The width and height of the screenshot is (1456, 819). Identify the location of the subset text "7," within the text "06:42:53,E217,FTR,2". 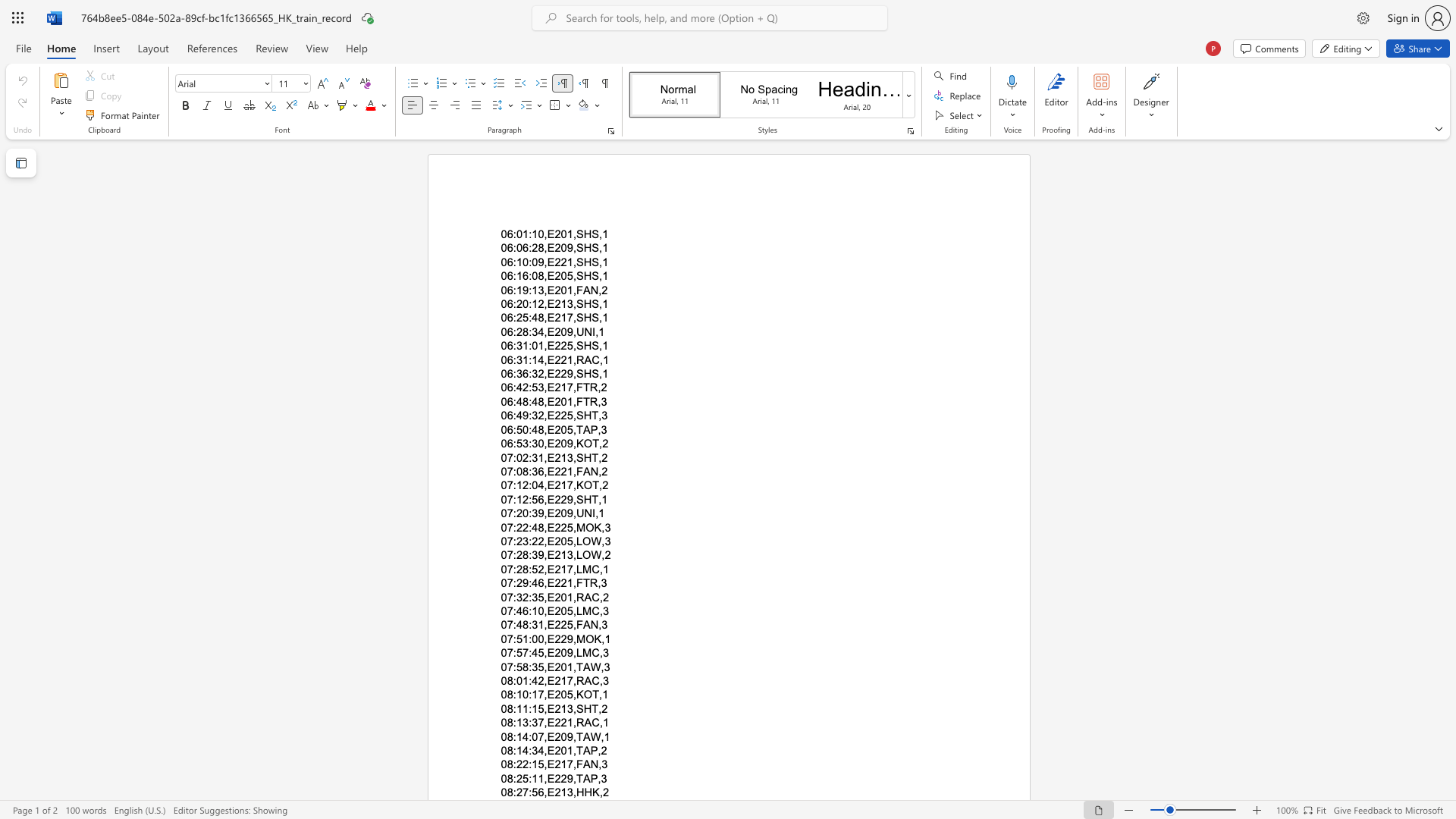
(566, 387).